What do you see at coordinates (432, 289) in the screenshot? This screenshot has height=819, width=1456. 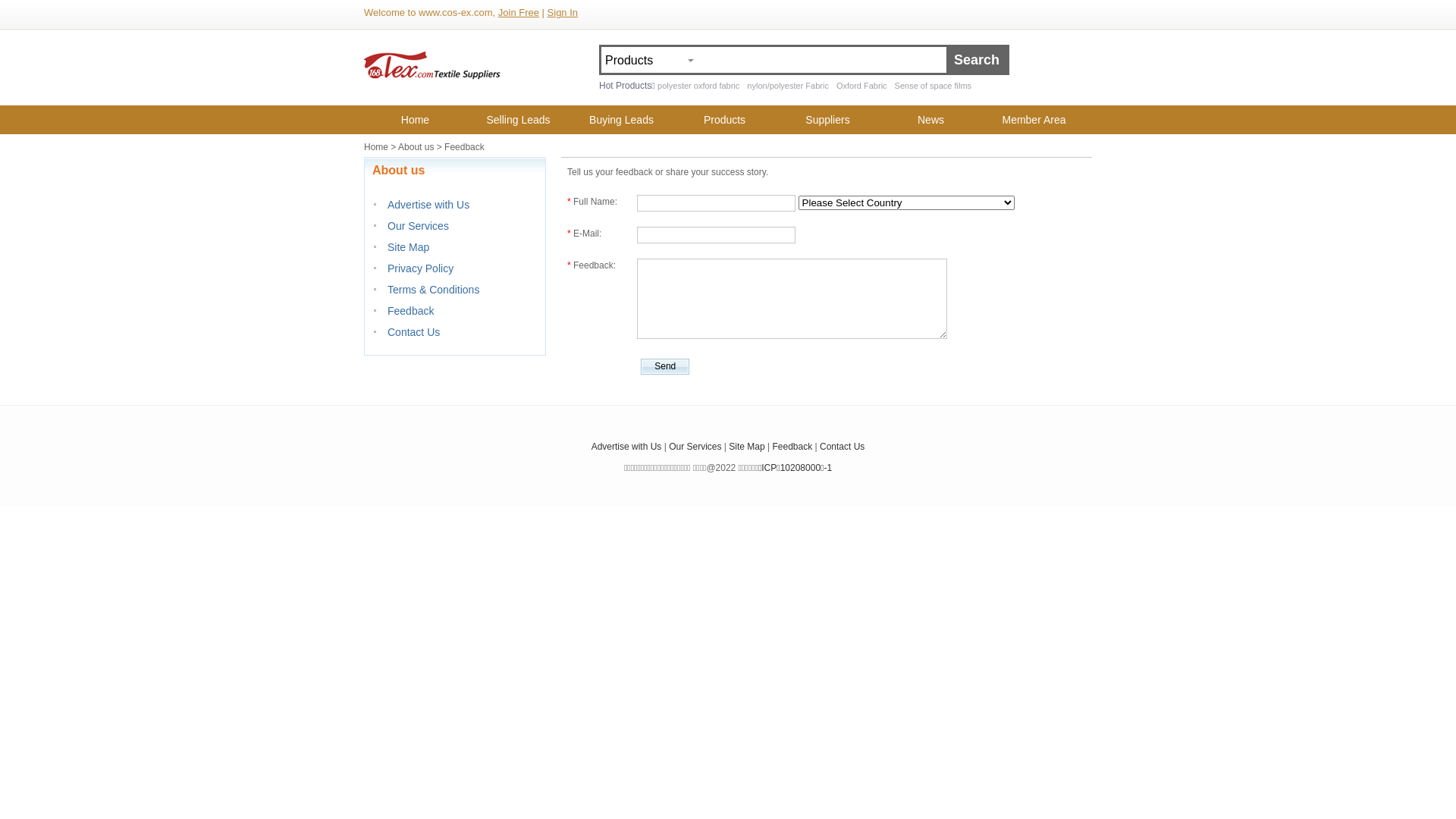 I see `'Terms & Conditions'` at bounding box center [432, 289].